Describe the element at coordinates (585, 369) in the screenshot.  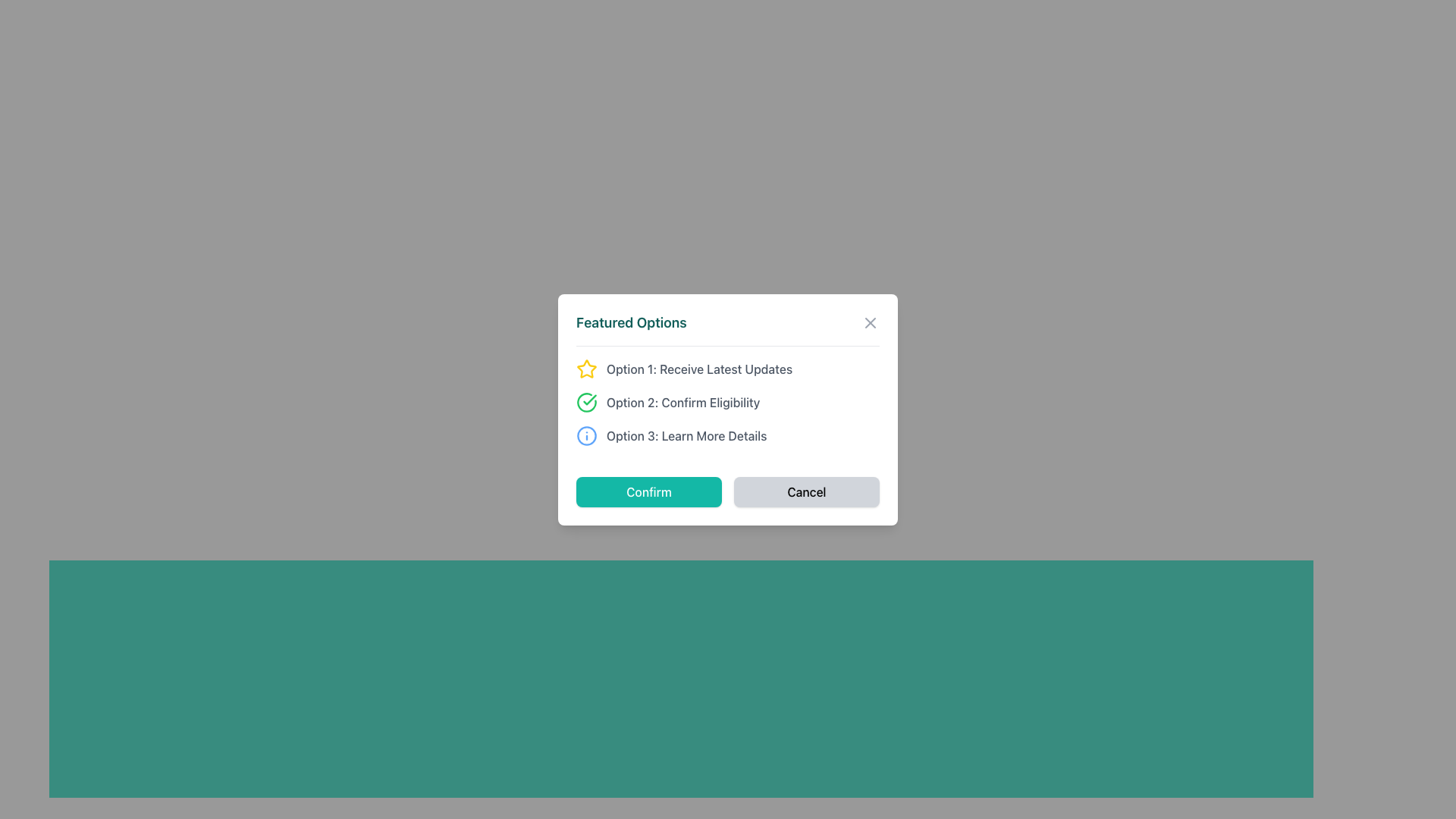
I see `the star decorative icon associated with 'Option 1: Receive Latest Updates' in the 'Featured Options' modal dialog box` at that location.